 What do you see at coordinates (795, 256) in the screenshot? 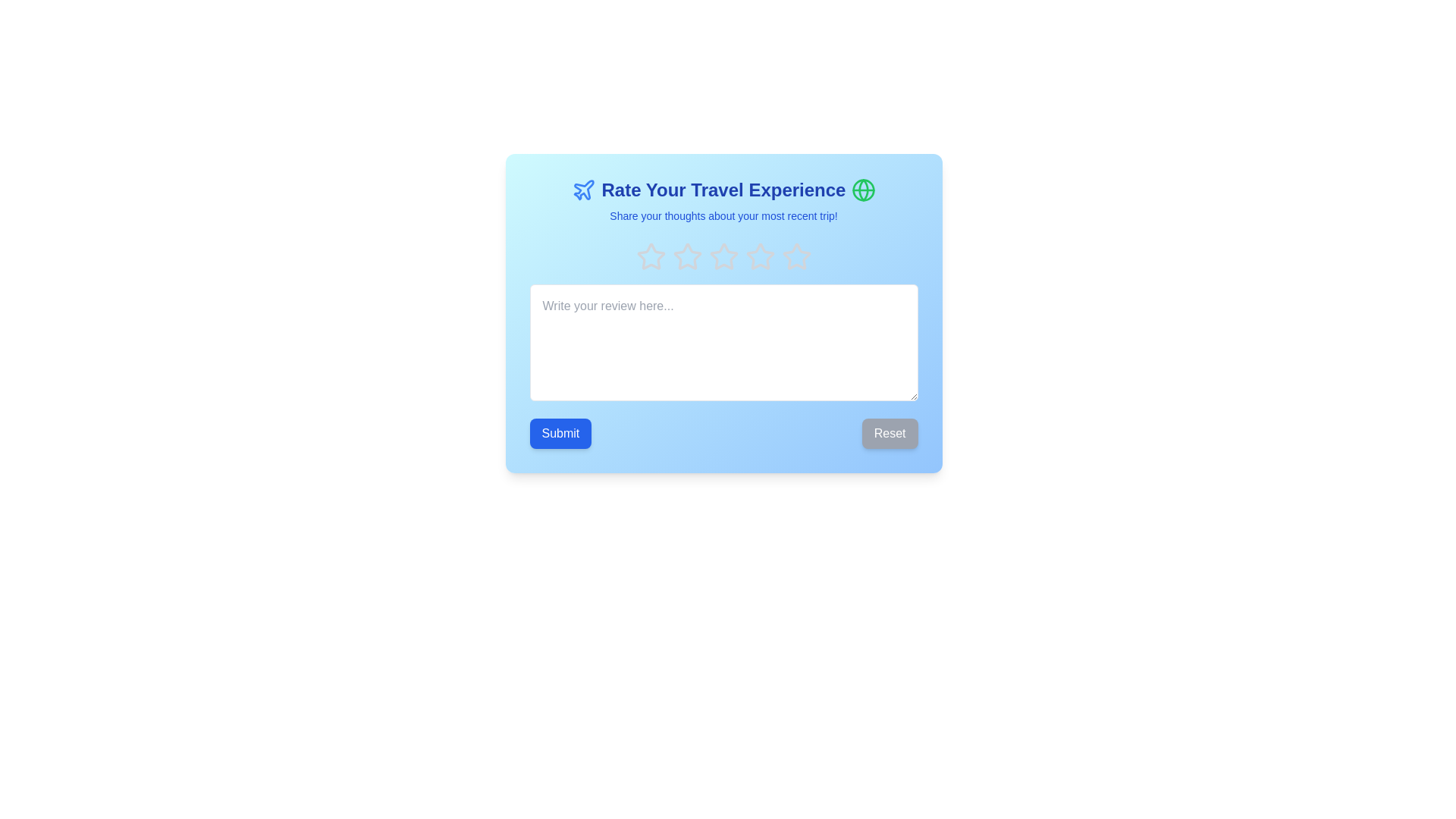
I see `the fourth star-shaped icon in the row under the headline 'Rate Your Travel Experience' for accessibility tools` at bounding box center [795, 256].